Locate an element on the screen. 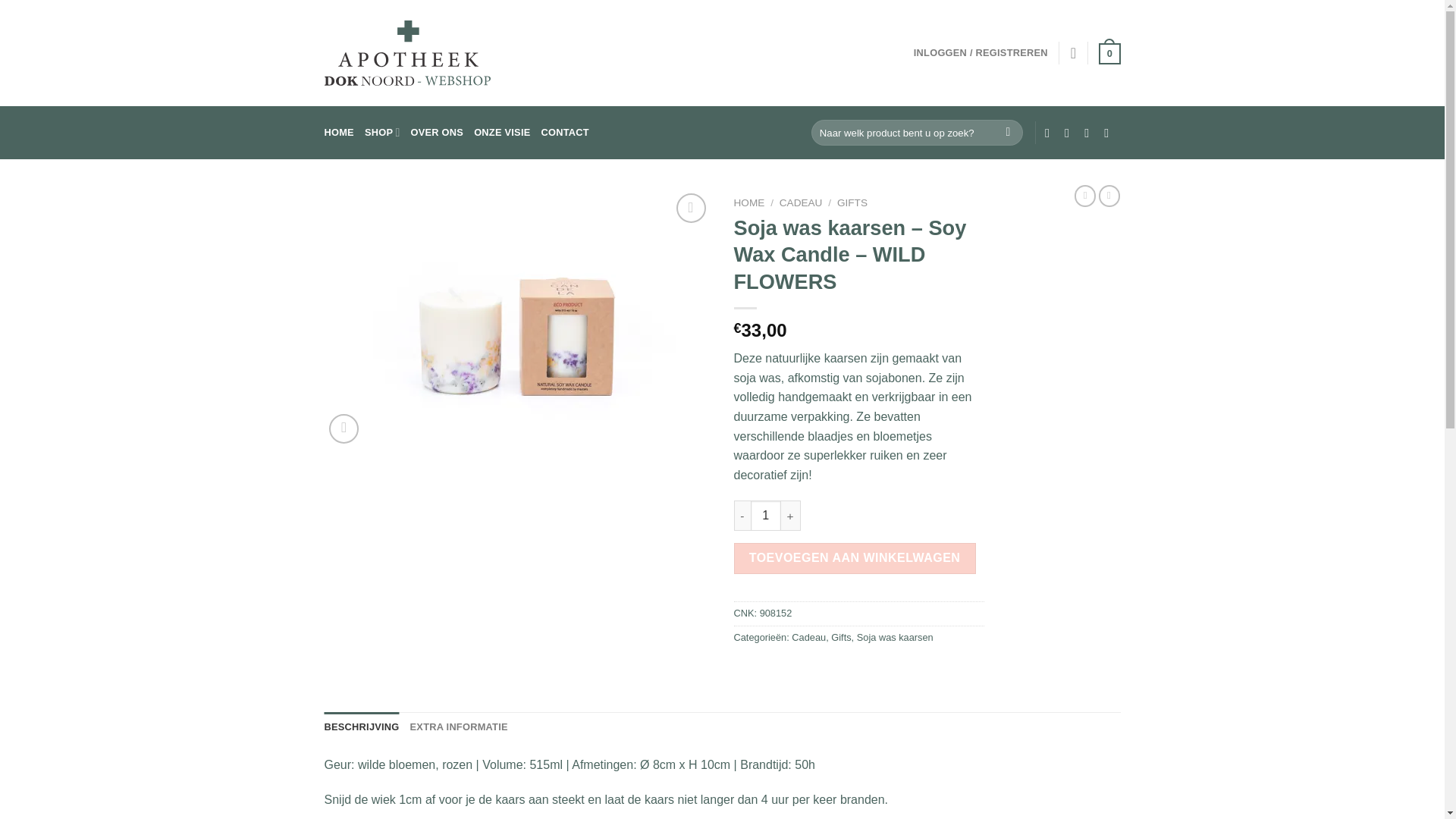 The width and height of the screenshot is (1456, 819). 'Zoeken' is located at coordinates (1008, 131).